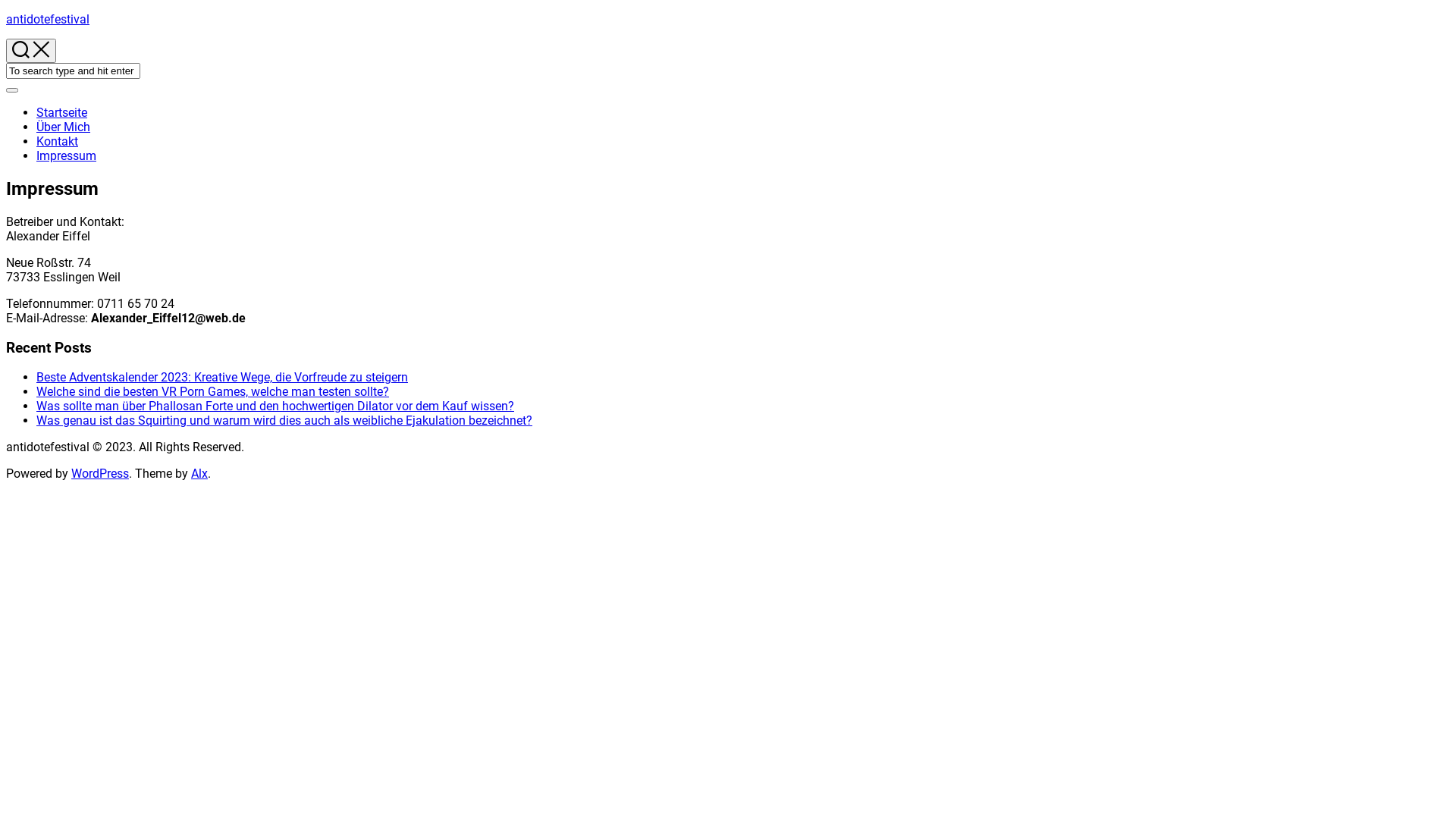  I want to click on 'antidotefestival', so click(47, 19).